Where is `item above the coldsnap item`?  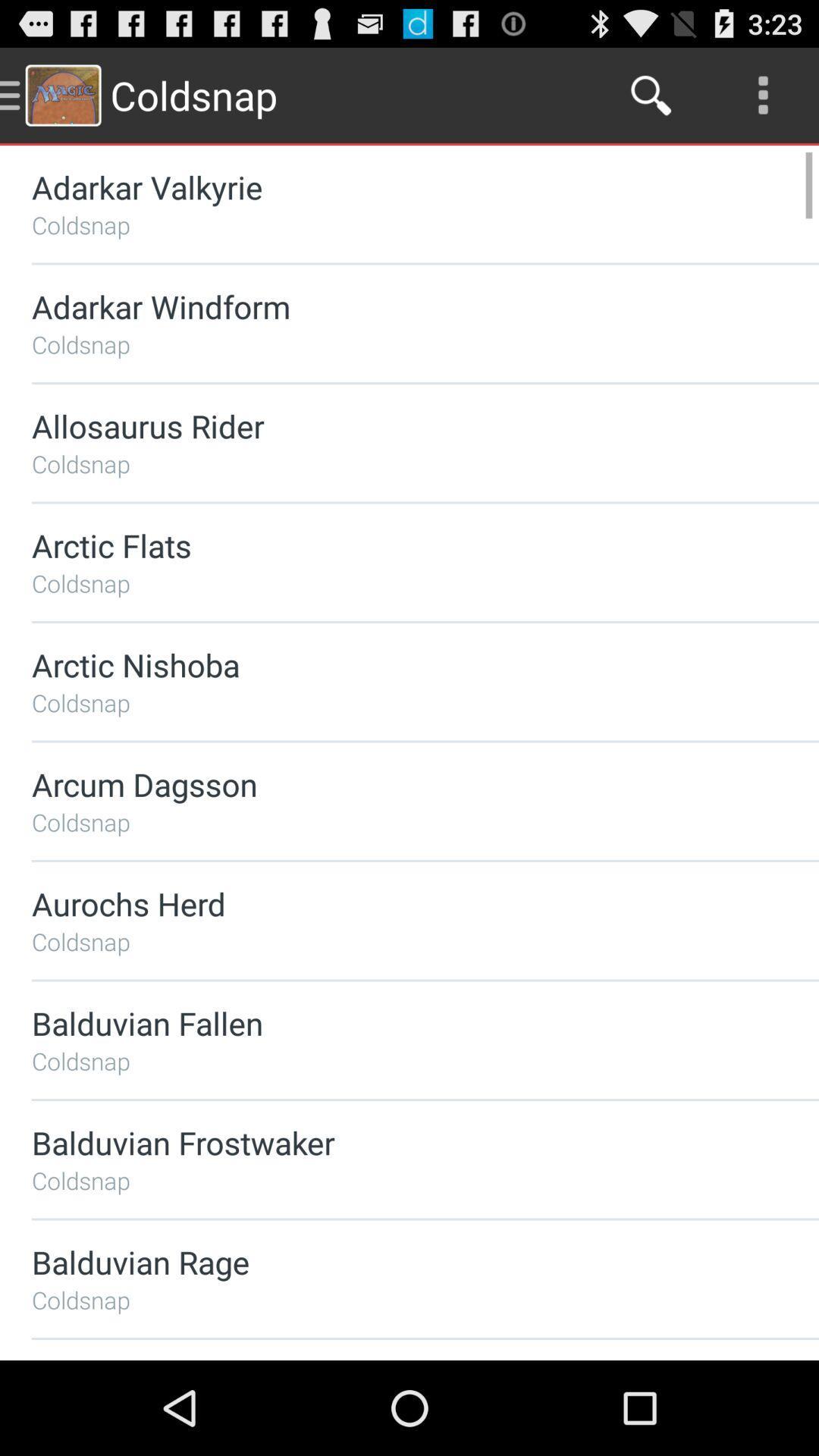
item above the coldsnap item is located at coordinates (384, 425).